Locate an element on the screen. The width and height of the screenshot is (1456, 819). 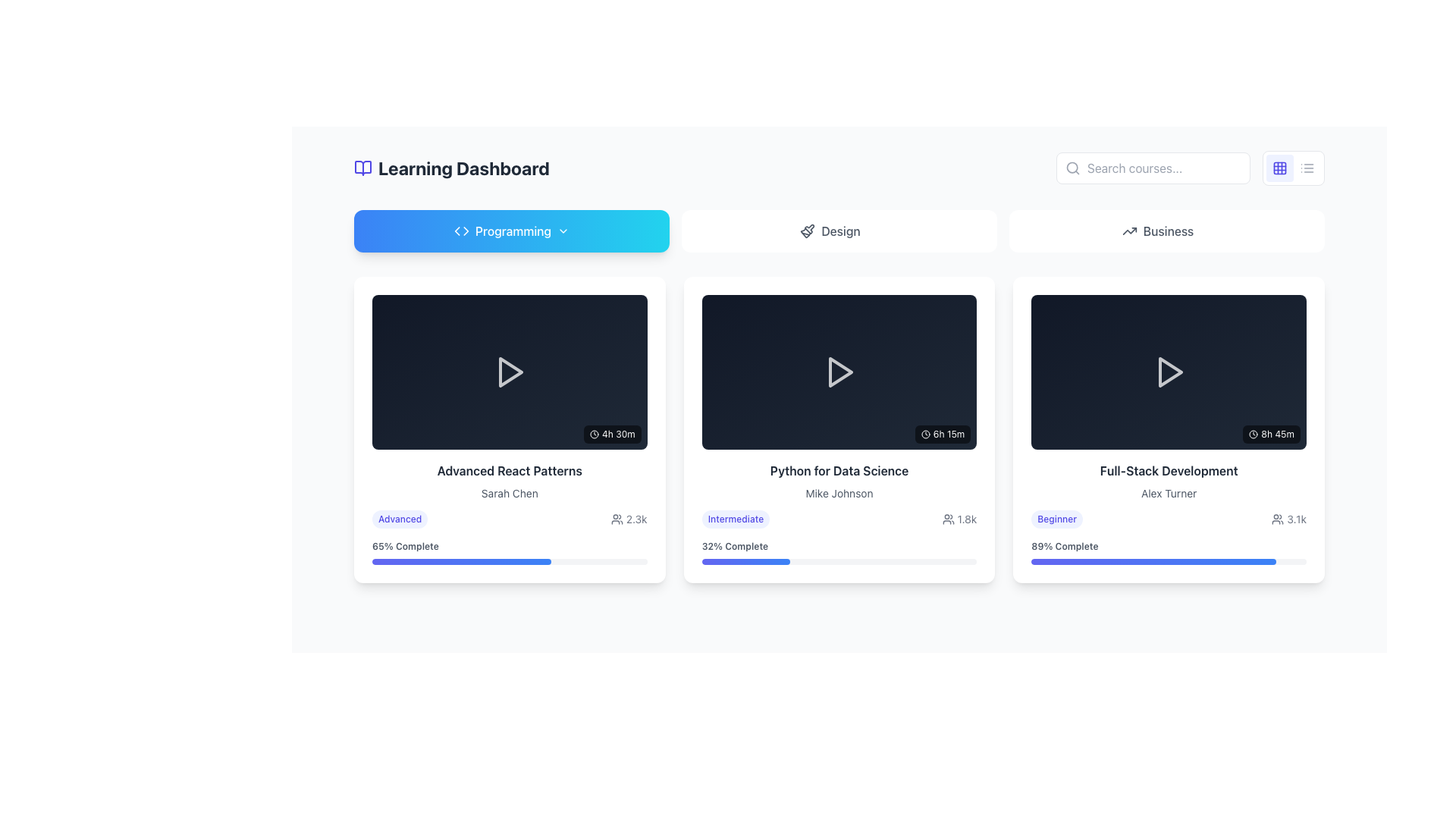
the participant/viewer icon located to the left of the numeric text '2.3k' in the lower section of the 'Advanced React Patterns' course card is located at coordinates (617, 518).